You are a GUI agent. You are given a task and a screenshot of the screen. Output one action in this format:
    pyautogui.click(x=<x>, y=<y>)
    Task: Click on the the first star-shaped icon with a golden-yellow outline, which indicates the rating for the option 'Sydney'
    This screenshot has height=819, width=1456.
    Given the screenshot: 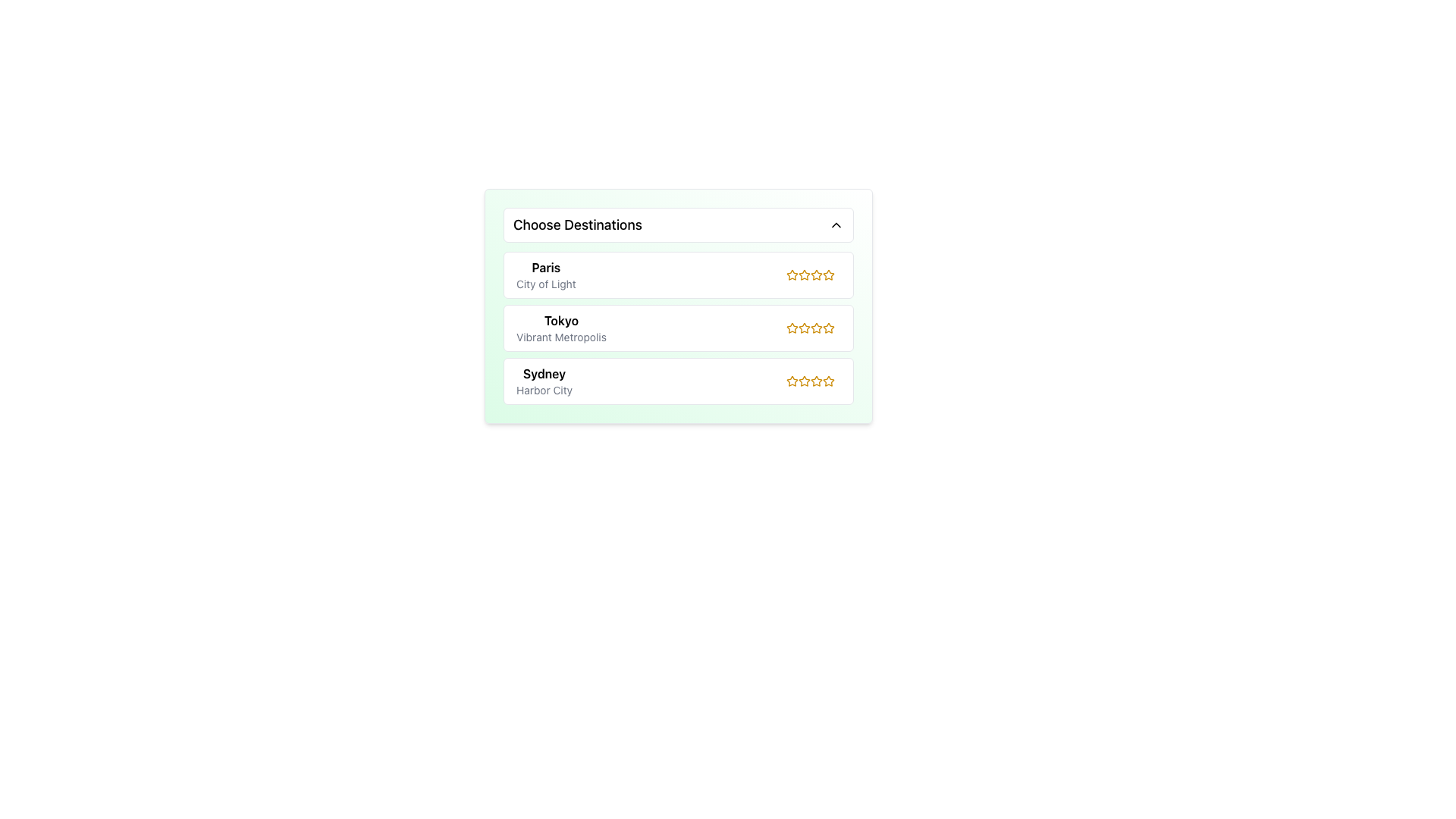 What is the action you would take?
    pyautogui.click(x=792, y=380)
    